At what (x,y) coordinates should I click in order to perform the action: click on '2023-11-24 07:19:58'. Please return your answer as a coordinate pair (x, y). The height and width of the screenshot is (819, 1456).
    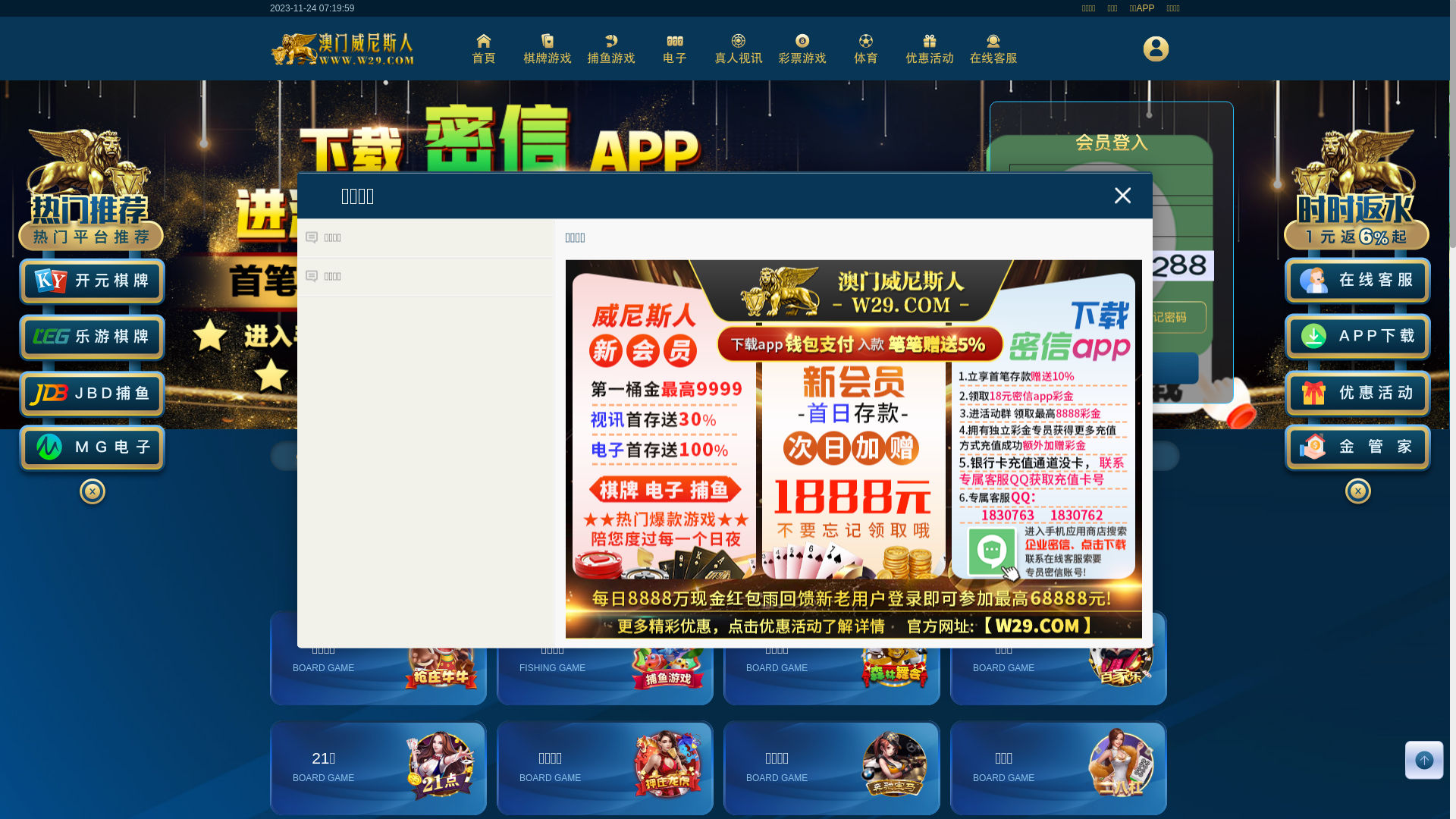
    Looking at the image, I should click on (269, 8).